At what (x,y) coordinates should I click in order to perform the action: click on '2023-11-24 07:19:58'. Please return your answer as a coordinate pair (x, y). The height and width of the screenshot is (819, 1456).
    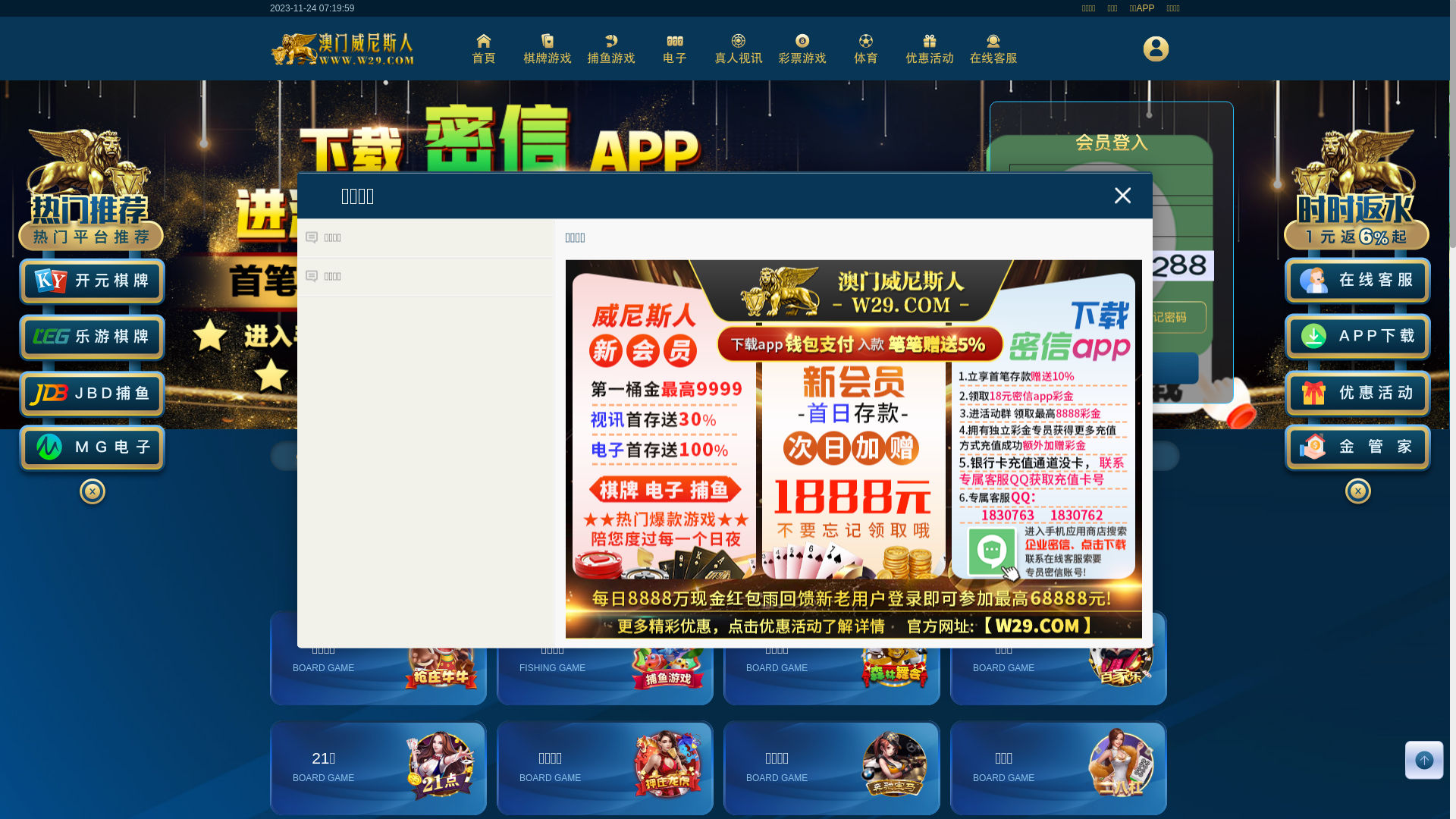
    Looking at the image, I should click on (269, 8).